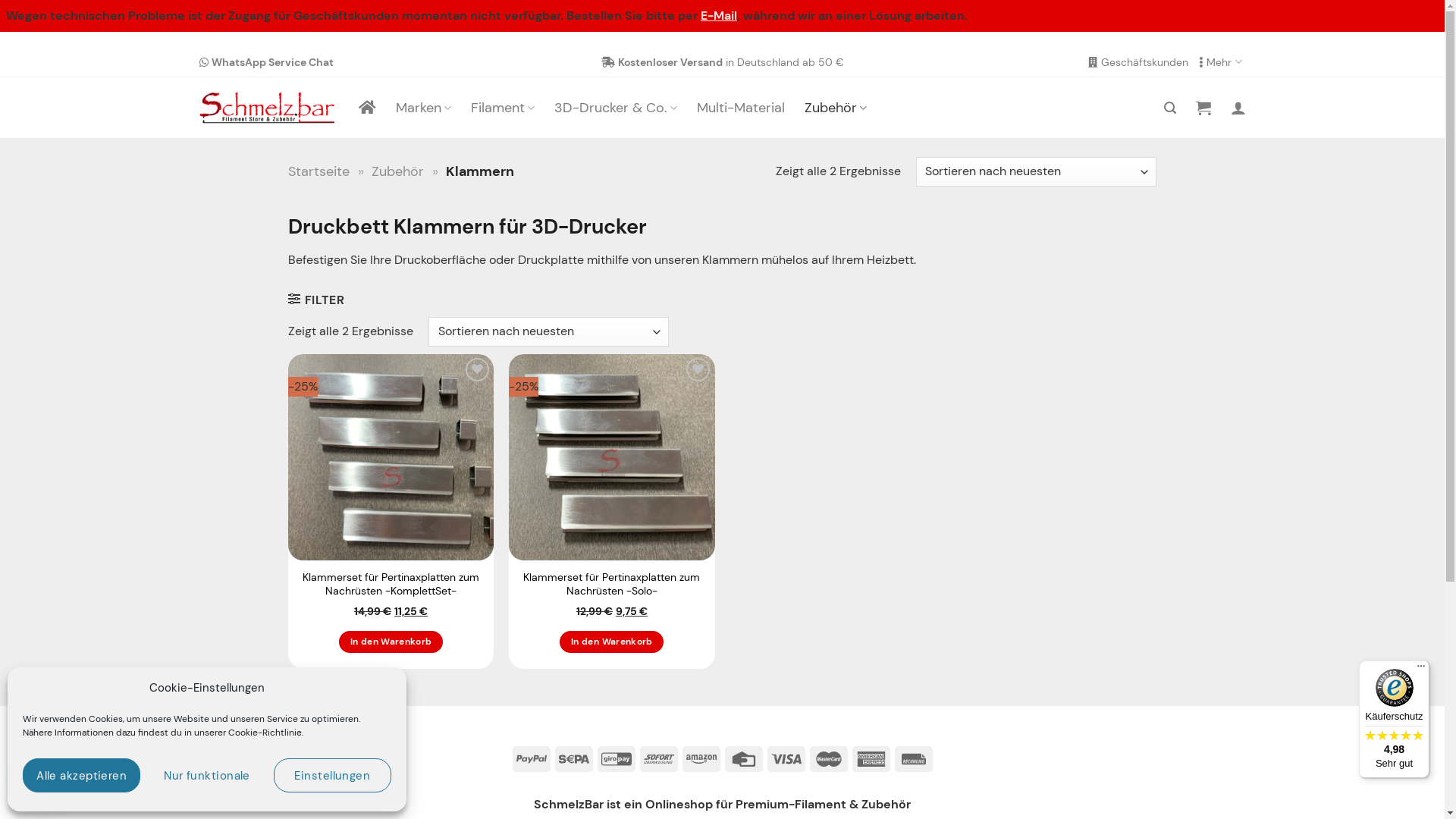 The height and width of the screenshot is (819, 1456). I want to click on 'Nur funktionale', so click(148, 775).